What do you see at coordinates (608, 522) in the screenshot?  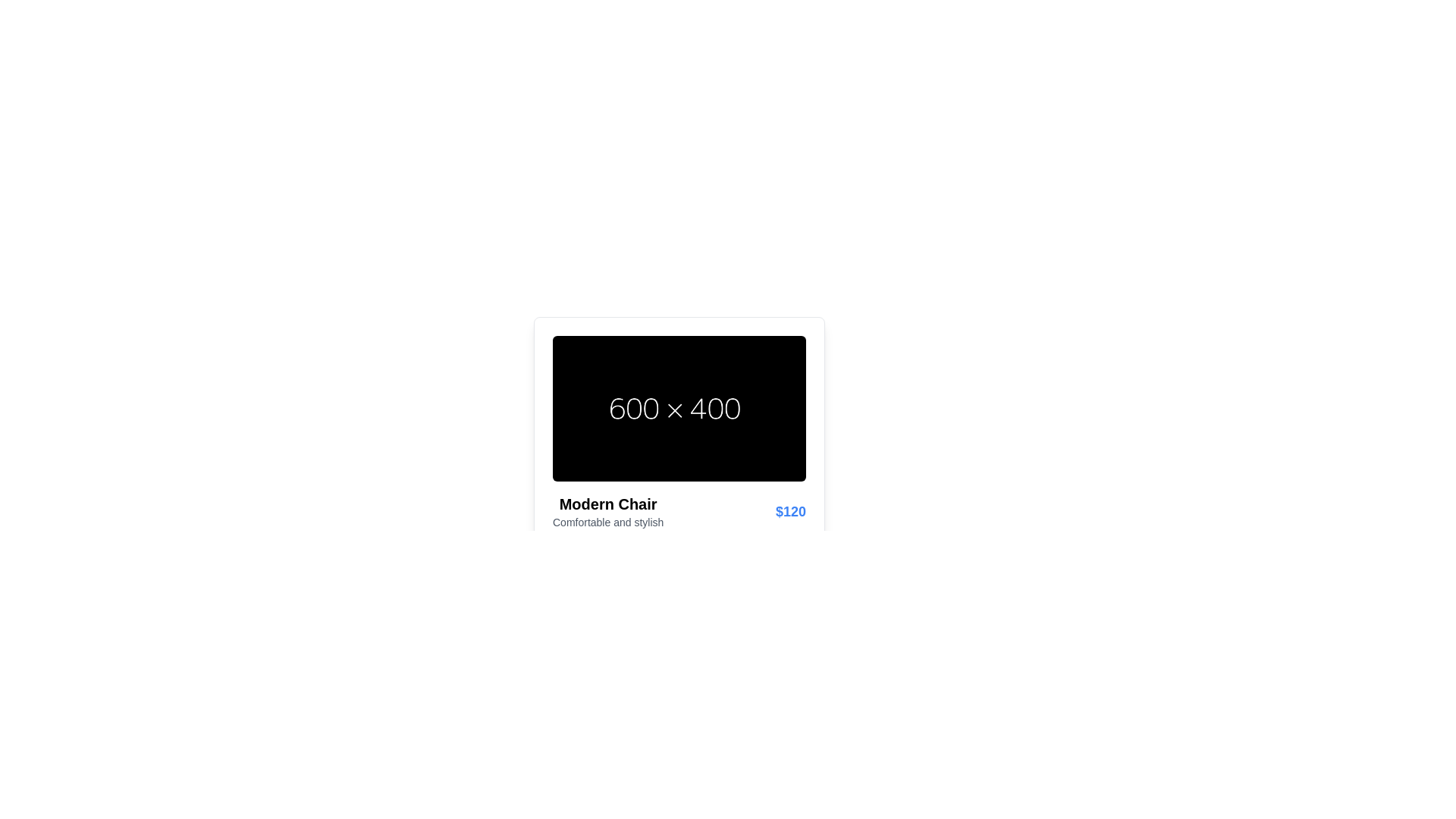 I see `the descriptive tagline text element located below the title 'Modern Chair', which provides context about the product's qualities ('Comfortable and stylish')` at bounding box center [608, 522].